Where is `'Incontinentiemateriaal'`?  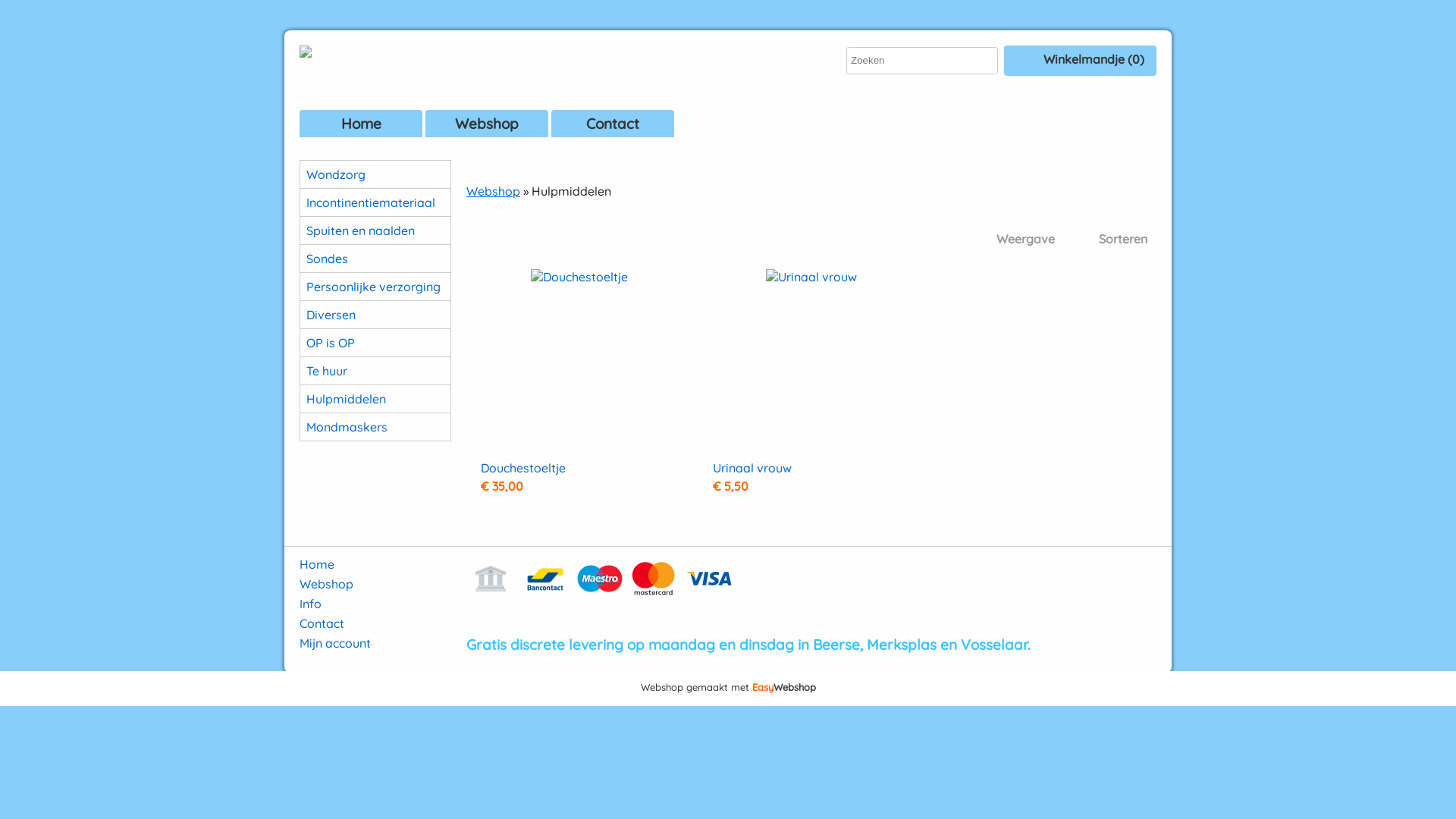
'Incontinentiemateriaal' is located at coordinates (375, 201).